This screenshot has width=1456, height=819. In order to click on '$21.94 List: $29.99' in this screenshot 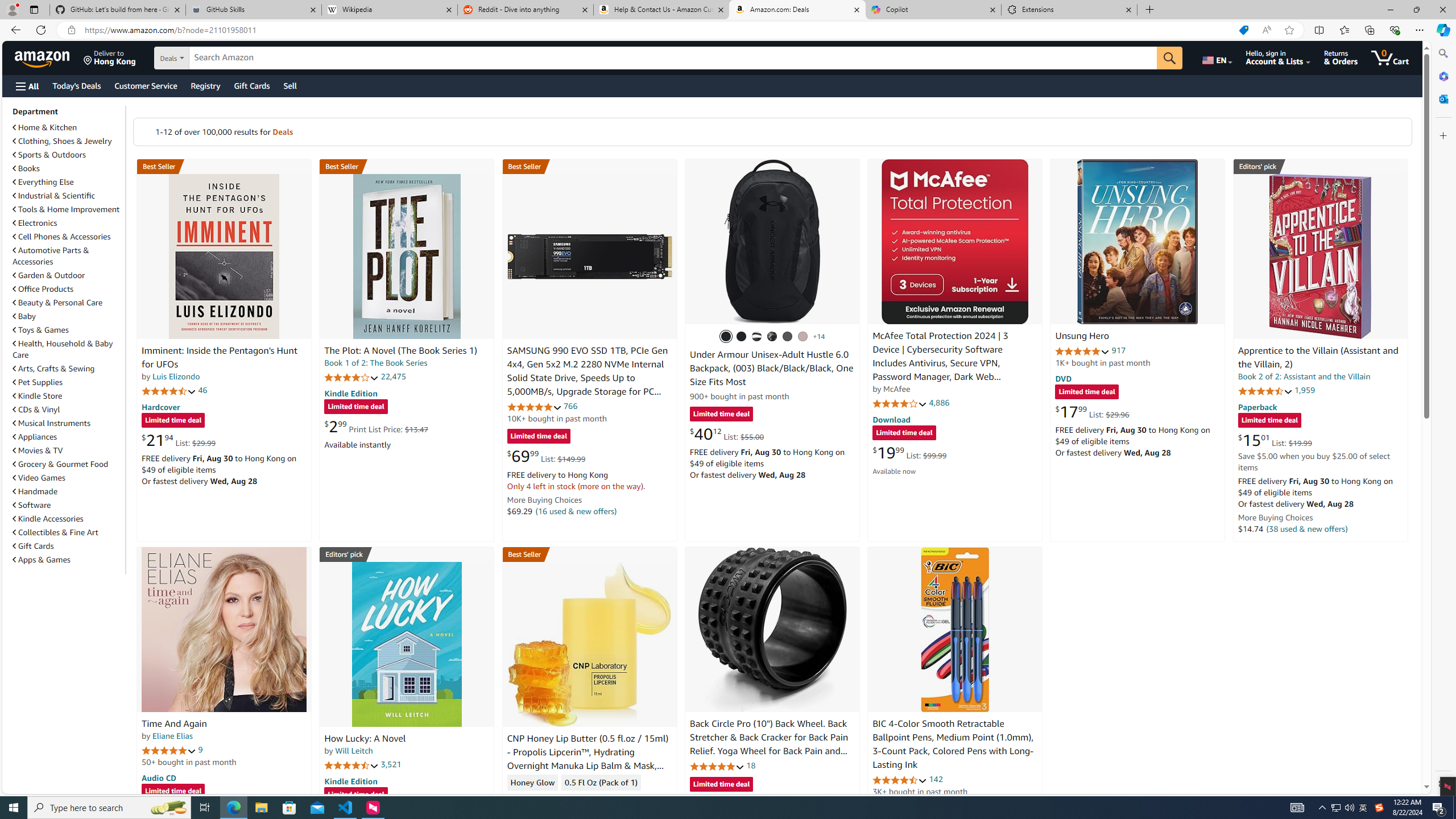, I will do `click(178, 440)`.